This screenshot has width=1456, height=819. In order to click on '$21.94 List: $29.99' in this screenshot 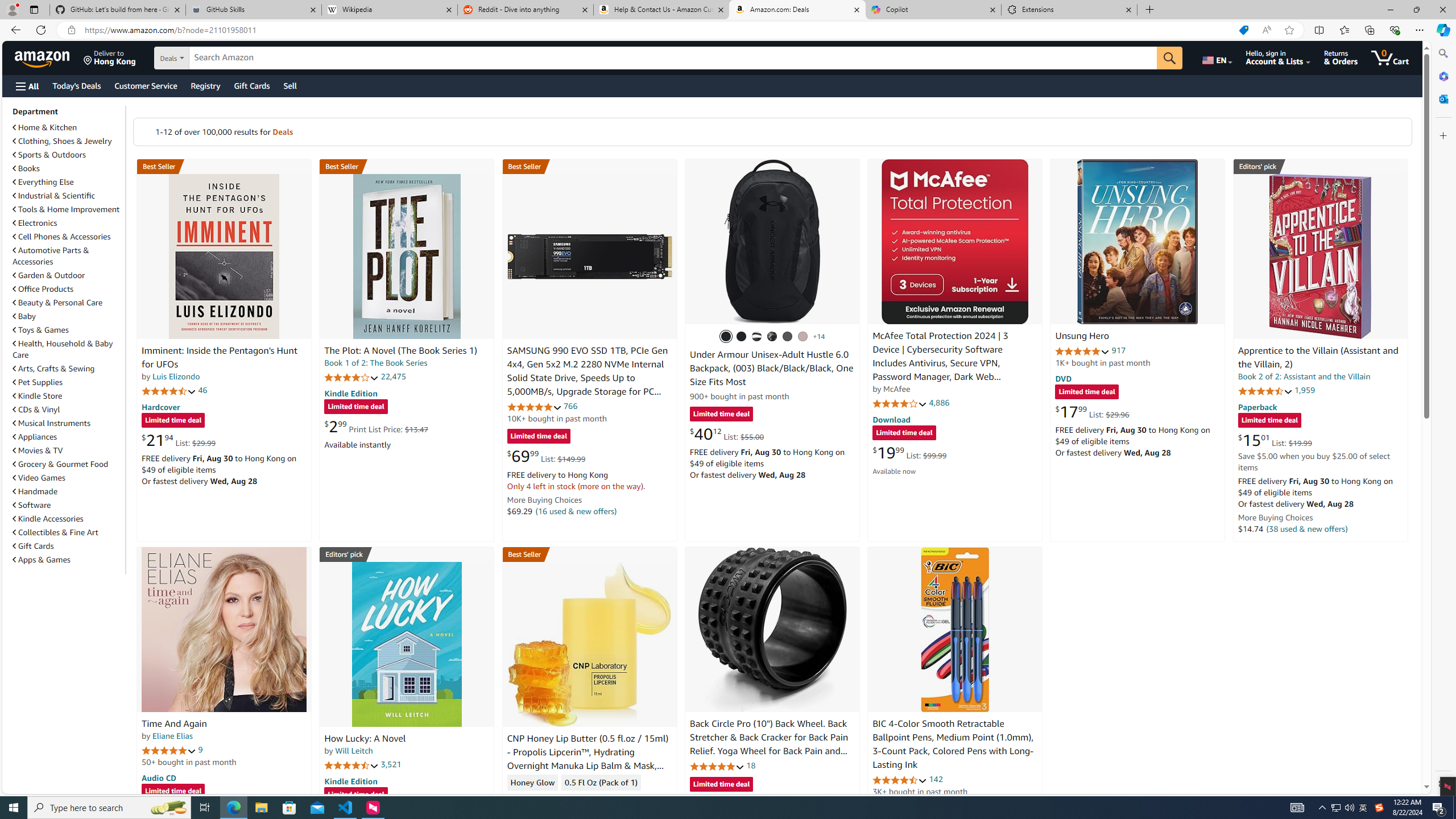, I will do `click(178, 440)`.